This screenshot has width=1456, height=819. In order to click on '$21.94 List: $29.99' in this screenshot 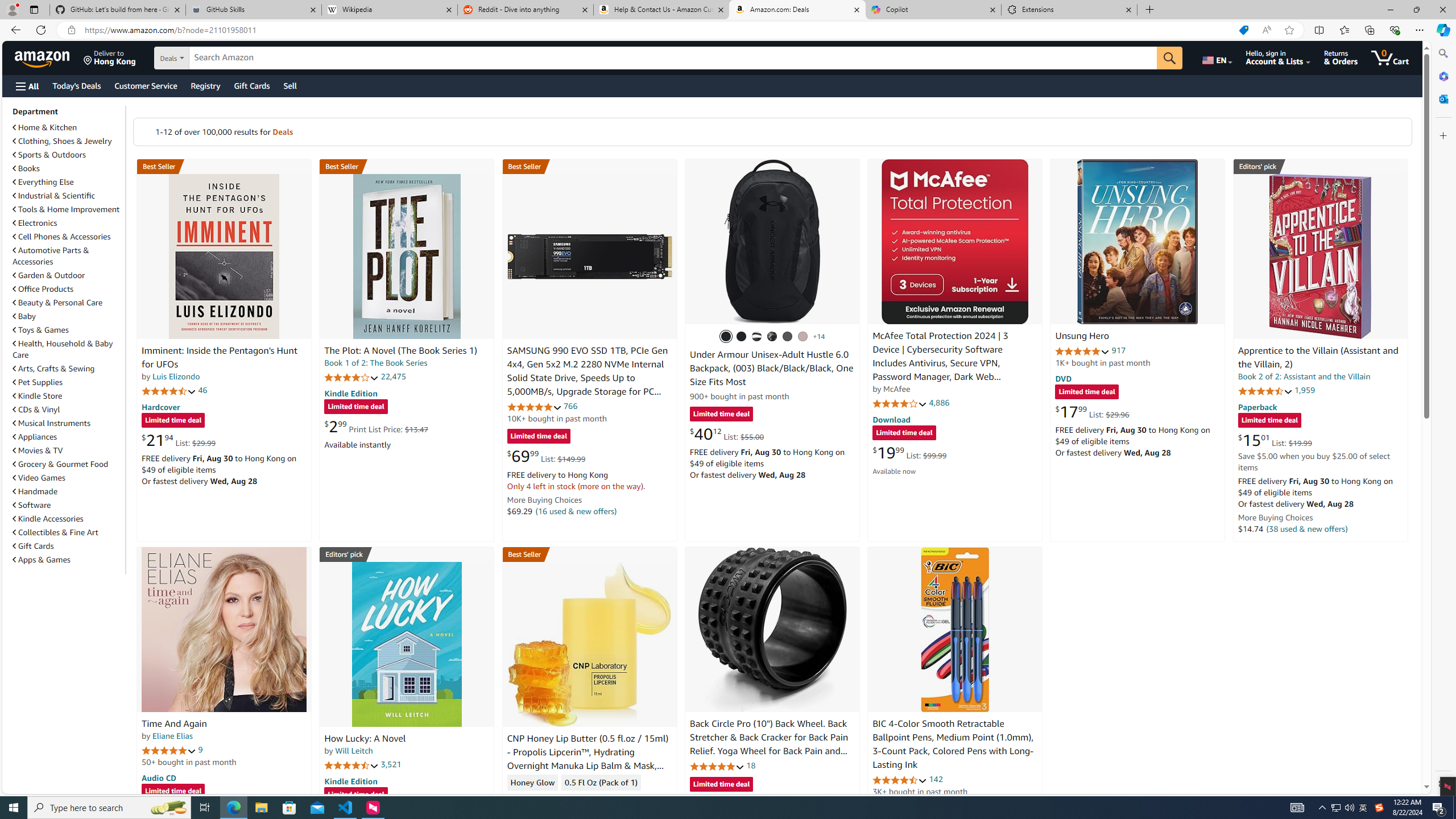, I will do `click(178, 440)`.